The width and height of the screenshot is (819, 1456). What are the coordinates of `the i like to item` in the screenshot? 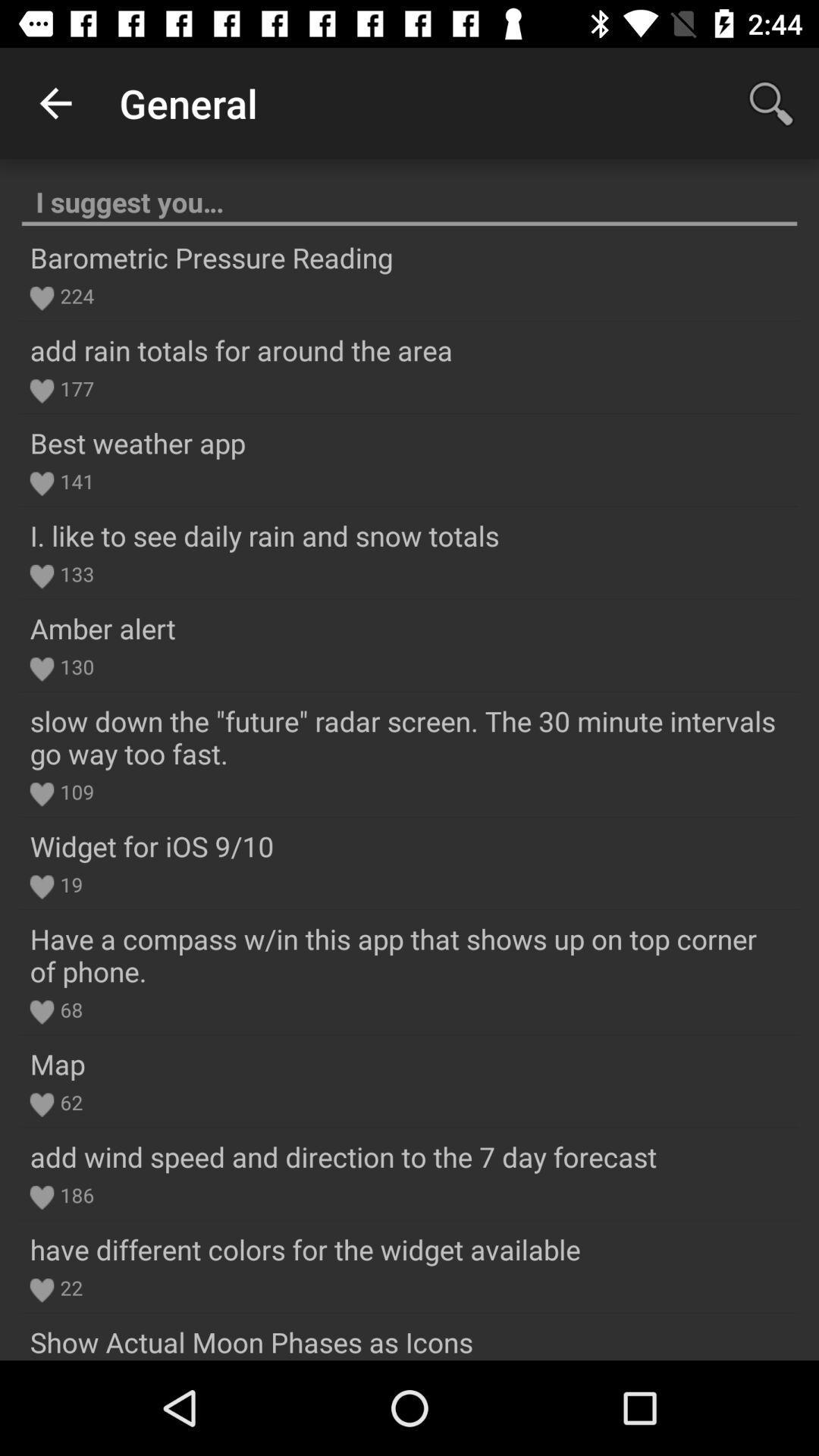 It's located at (264, 535).